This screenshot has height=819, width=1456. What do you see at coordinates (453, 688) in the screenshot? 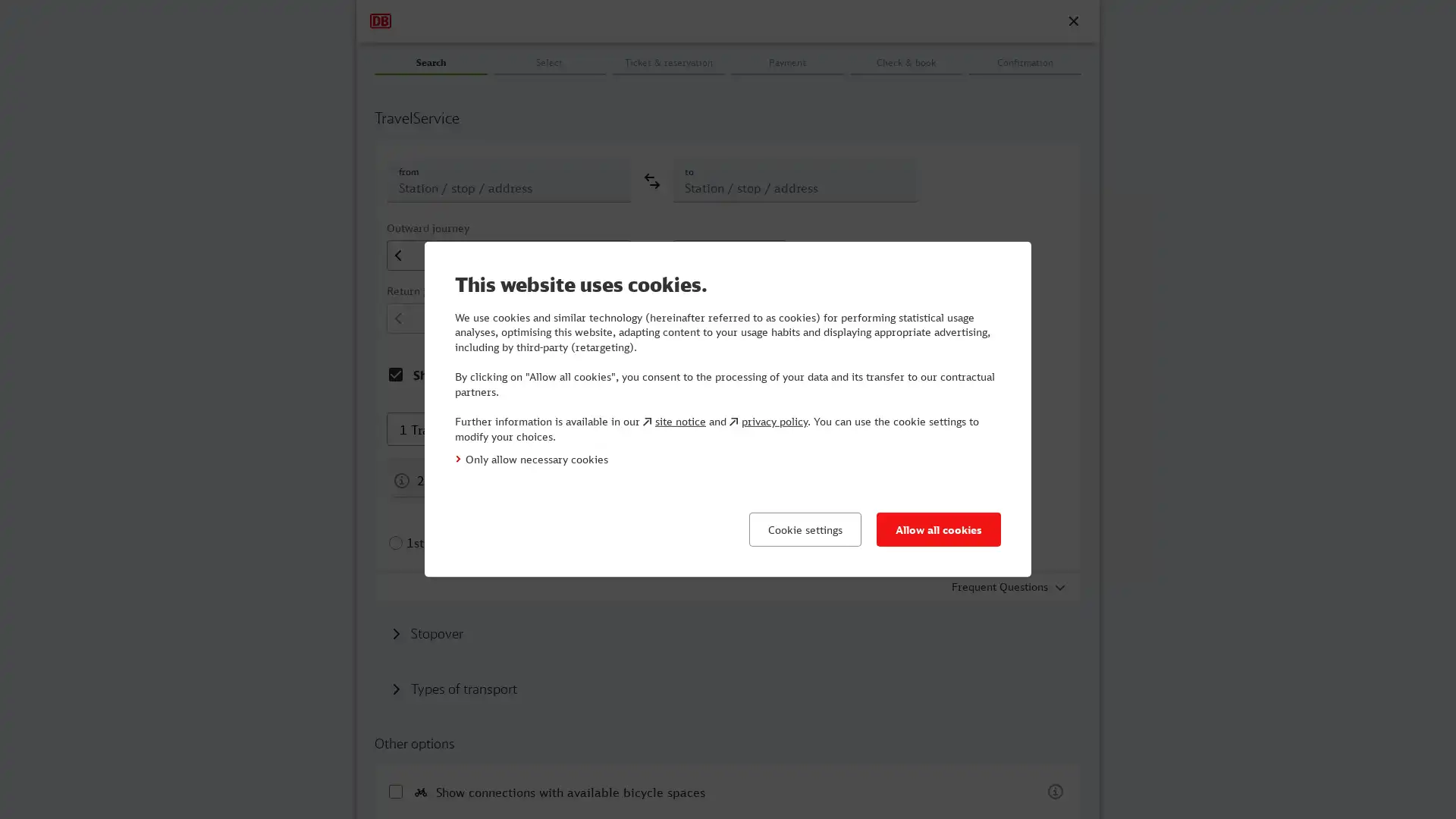
I see `Types of transport` at bounding box center [453, 688].